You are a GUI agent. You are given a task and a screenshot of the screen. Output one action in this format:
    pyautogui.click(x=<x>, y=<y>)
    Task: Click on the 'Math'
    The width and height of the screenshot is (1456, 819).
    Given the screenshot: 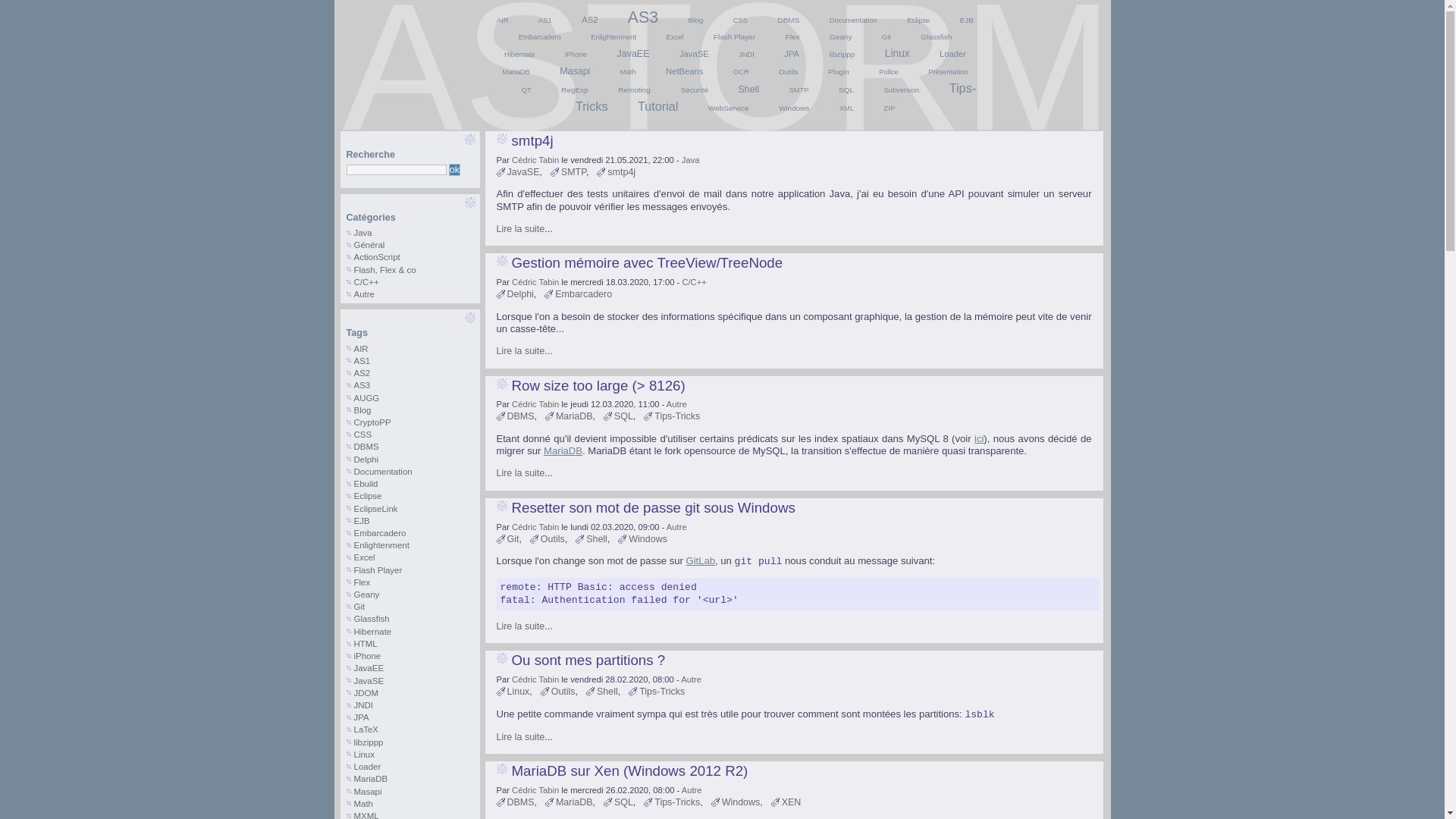 What is the action you would take?
    pyautogui.click(x=362, y=803)
    